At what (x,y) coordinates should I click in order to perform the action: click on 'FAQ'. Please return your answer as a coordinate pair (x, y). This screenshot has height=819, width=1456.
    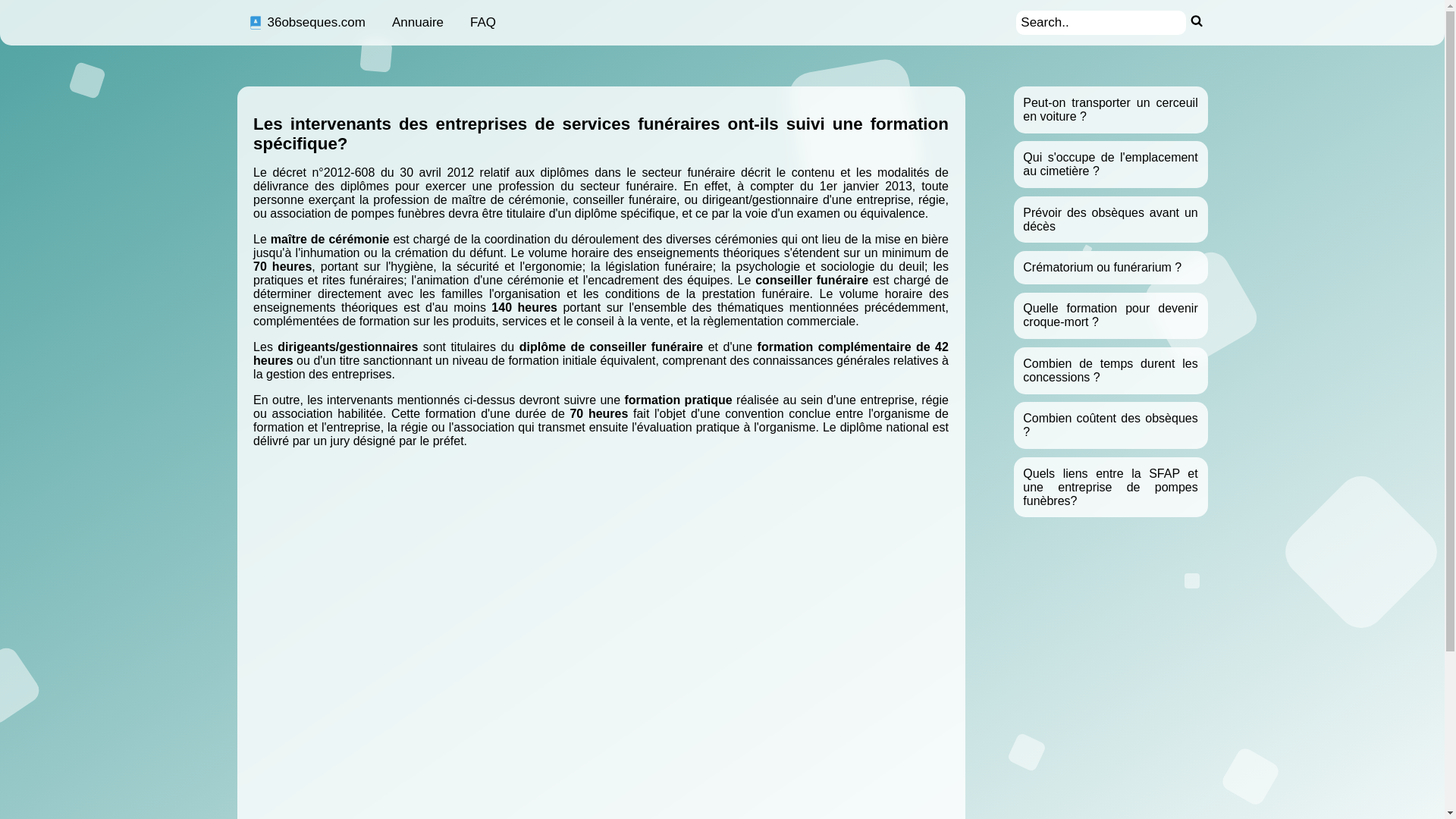
    Looking at the image, I should click on (482, 23).